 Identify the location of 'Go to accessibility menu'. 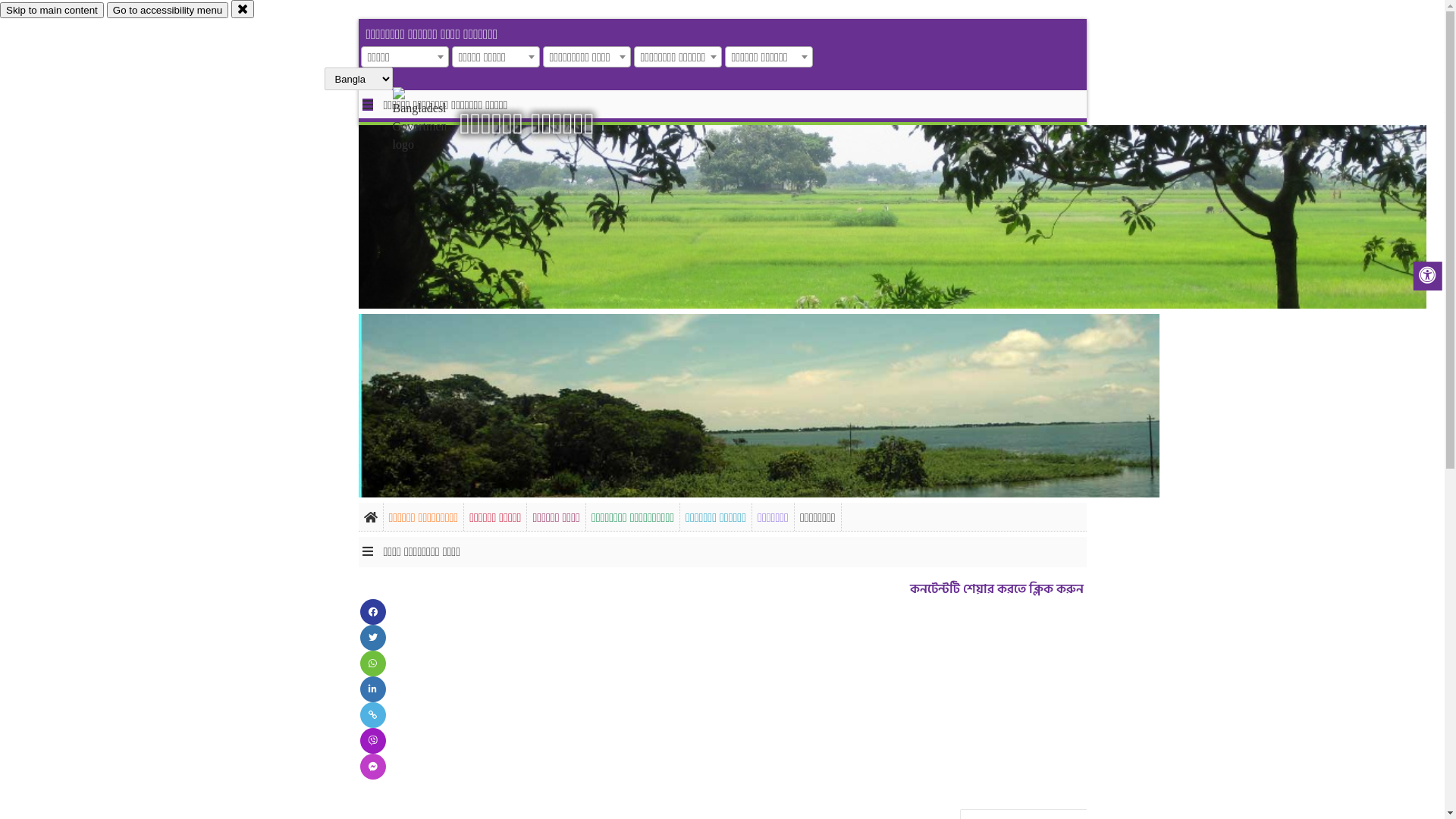
(167, 10).